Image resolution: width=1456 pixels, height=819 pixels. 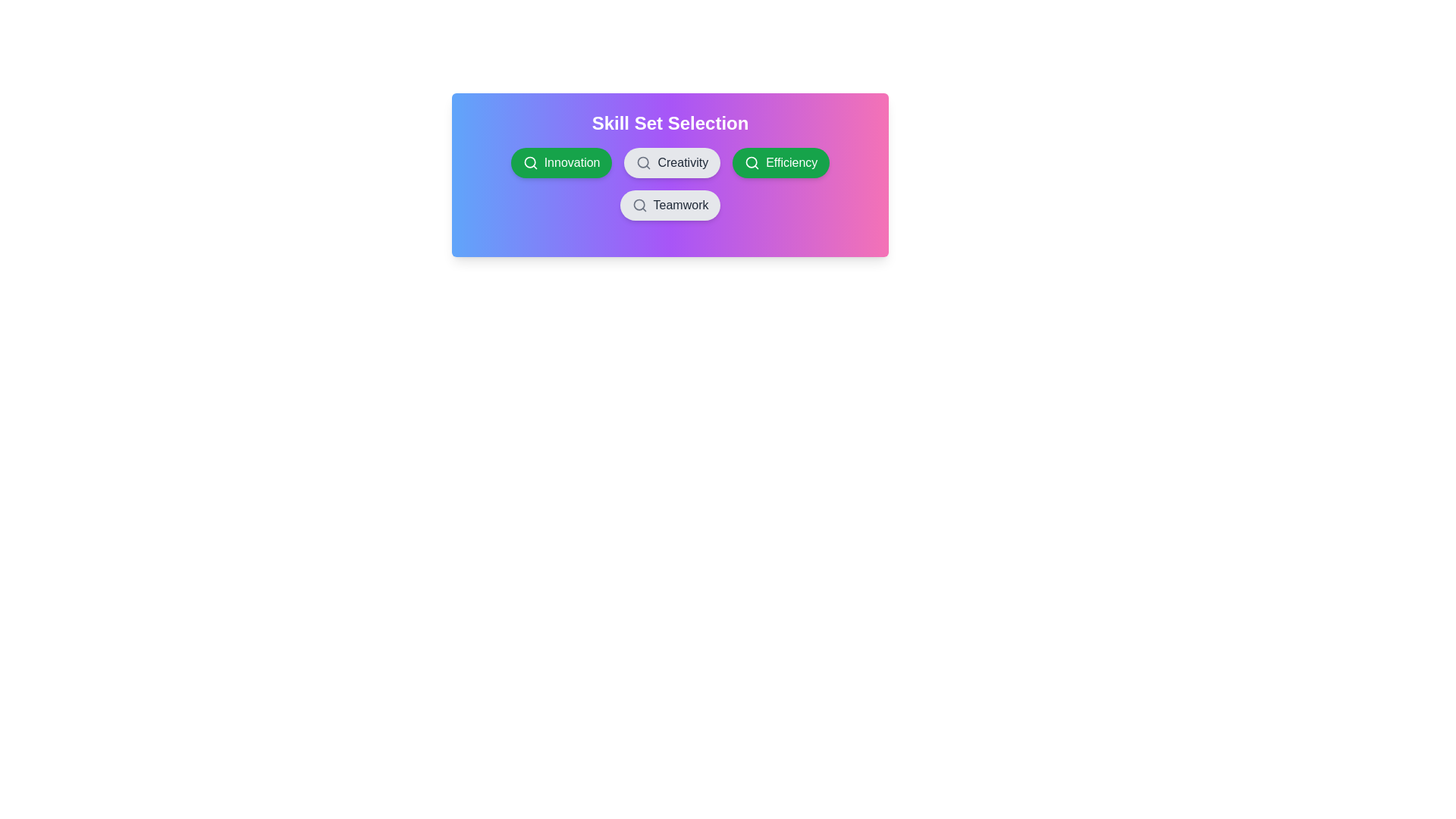 I want to click on the chip labeled Innovation, so click(x=560, y=163).